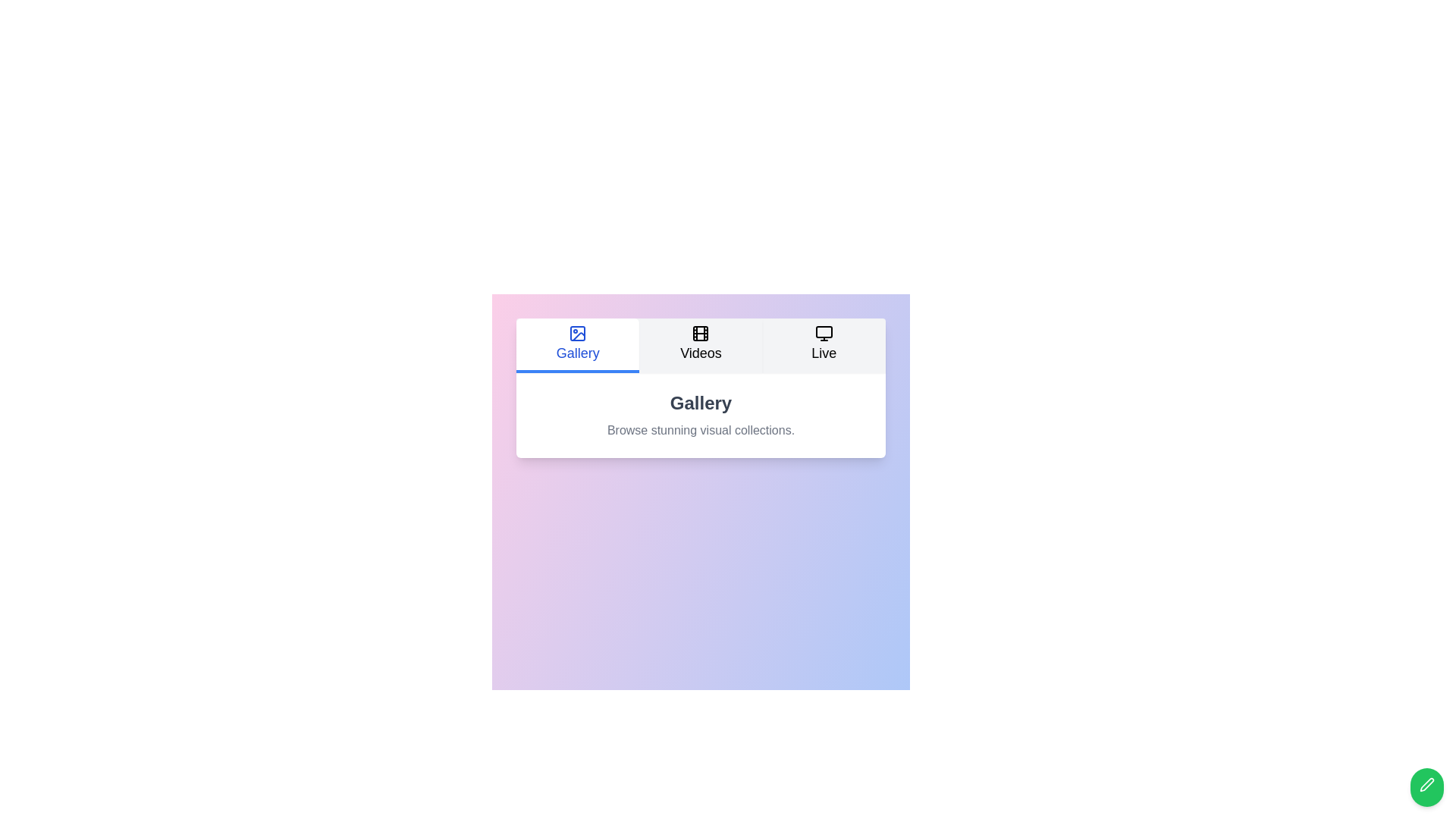 The image size is (1456, 819). What do you see at coordinates (577, 345) in the screenshot?
I see `the Gallery tab` at bounding box center [577, 345].